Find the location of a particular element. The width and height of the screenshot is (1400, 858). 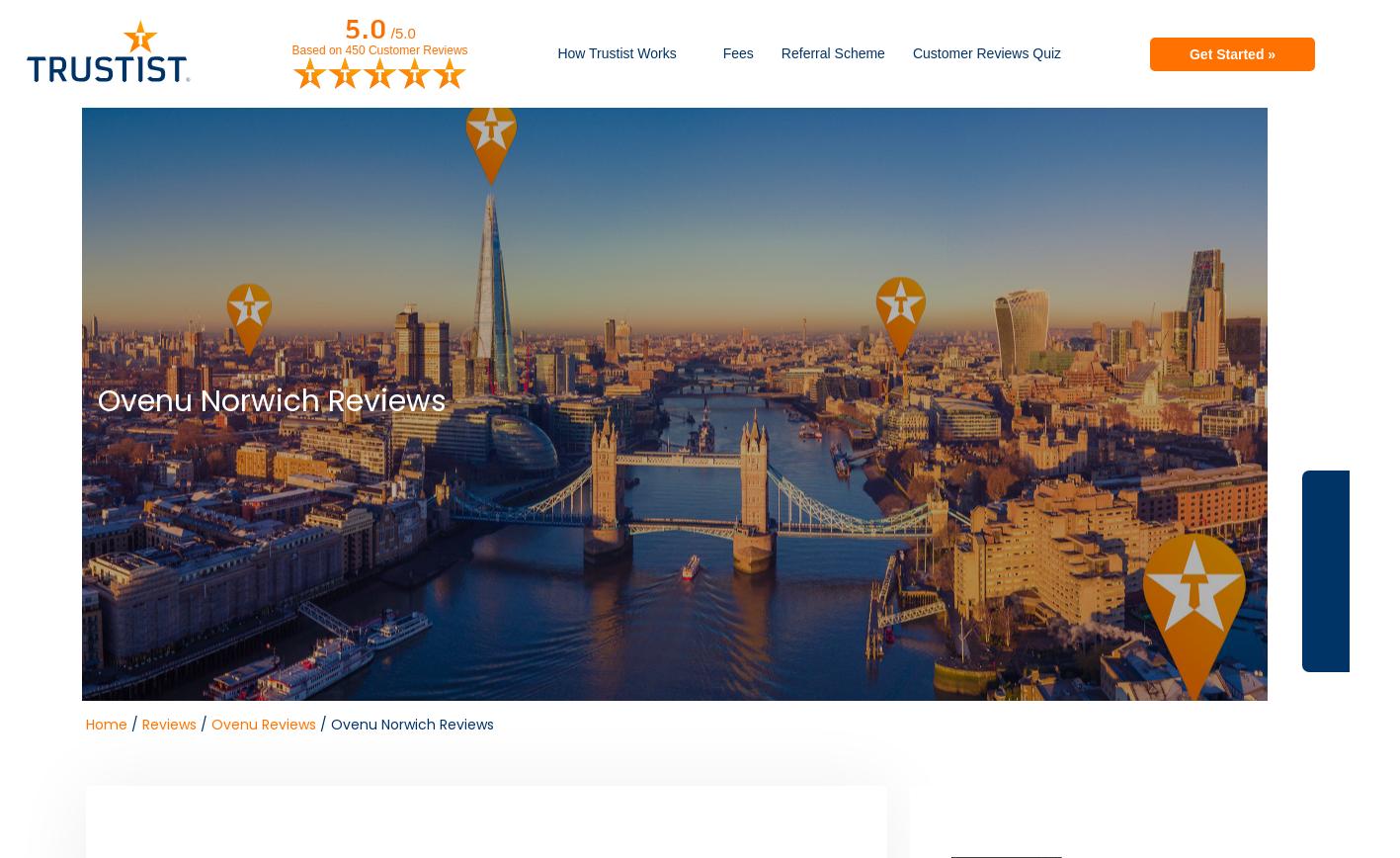

'Fees' is located at coordinates (721, 52).